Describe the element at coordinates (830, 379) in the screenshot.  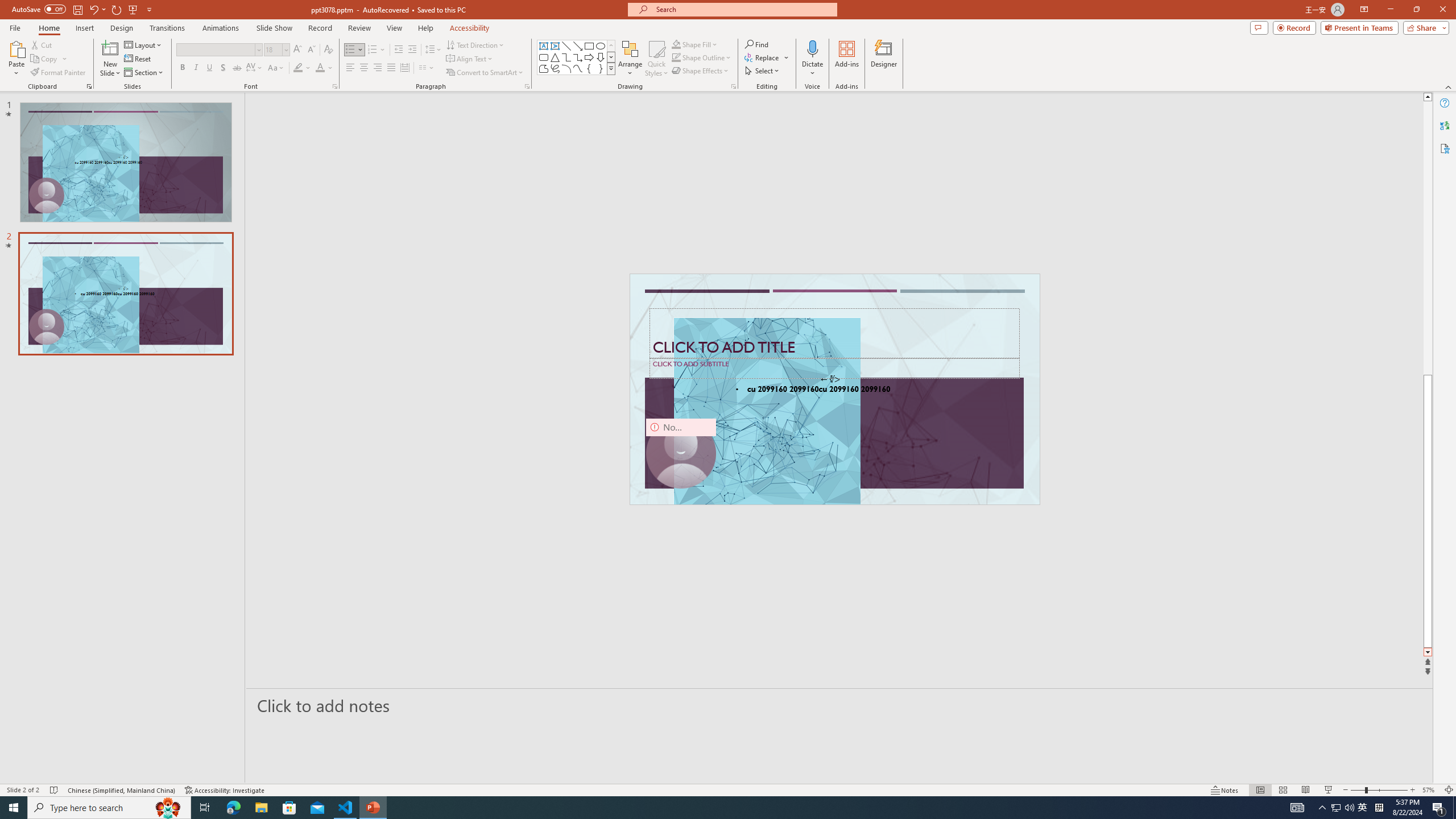
I see `'TextBox 7'` at that location.